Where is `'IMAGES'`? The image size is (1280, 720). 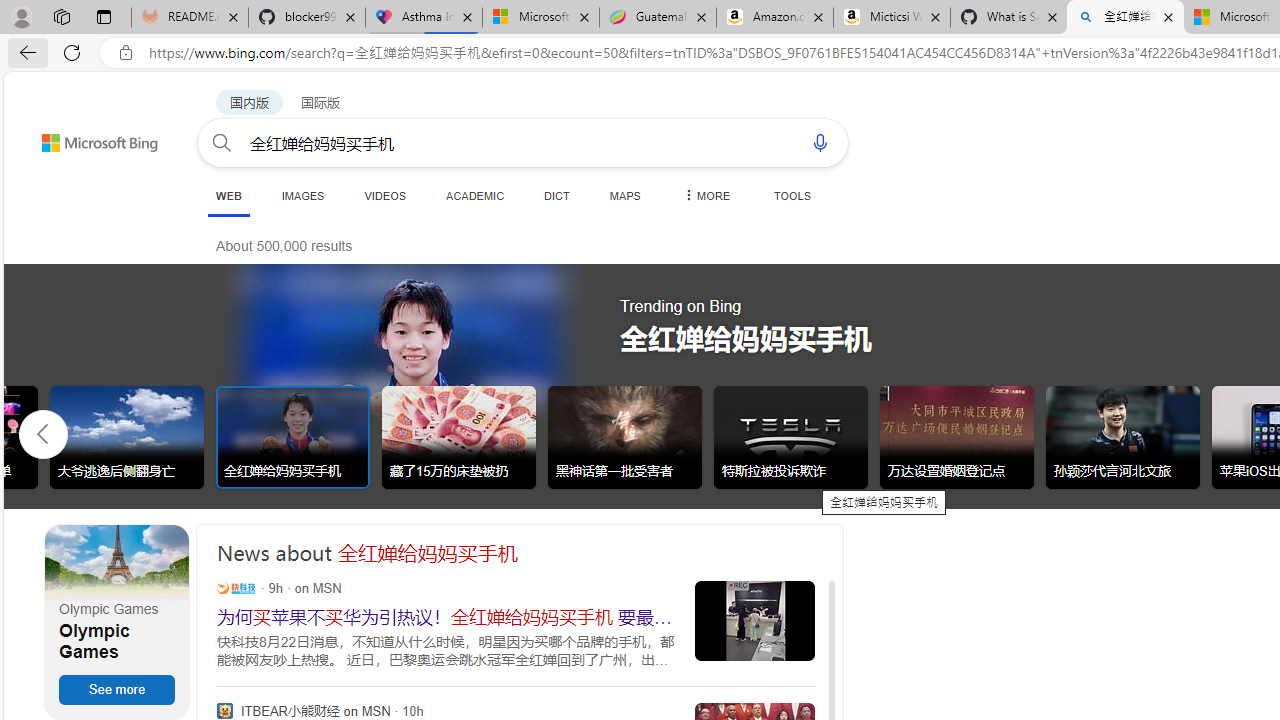
'IMAGES' is located at coordinates (301, 195).